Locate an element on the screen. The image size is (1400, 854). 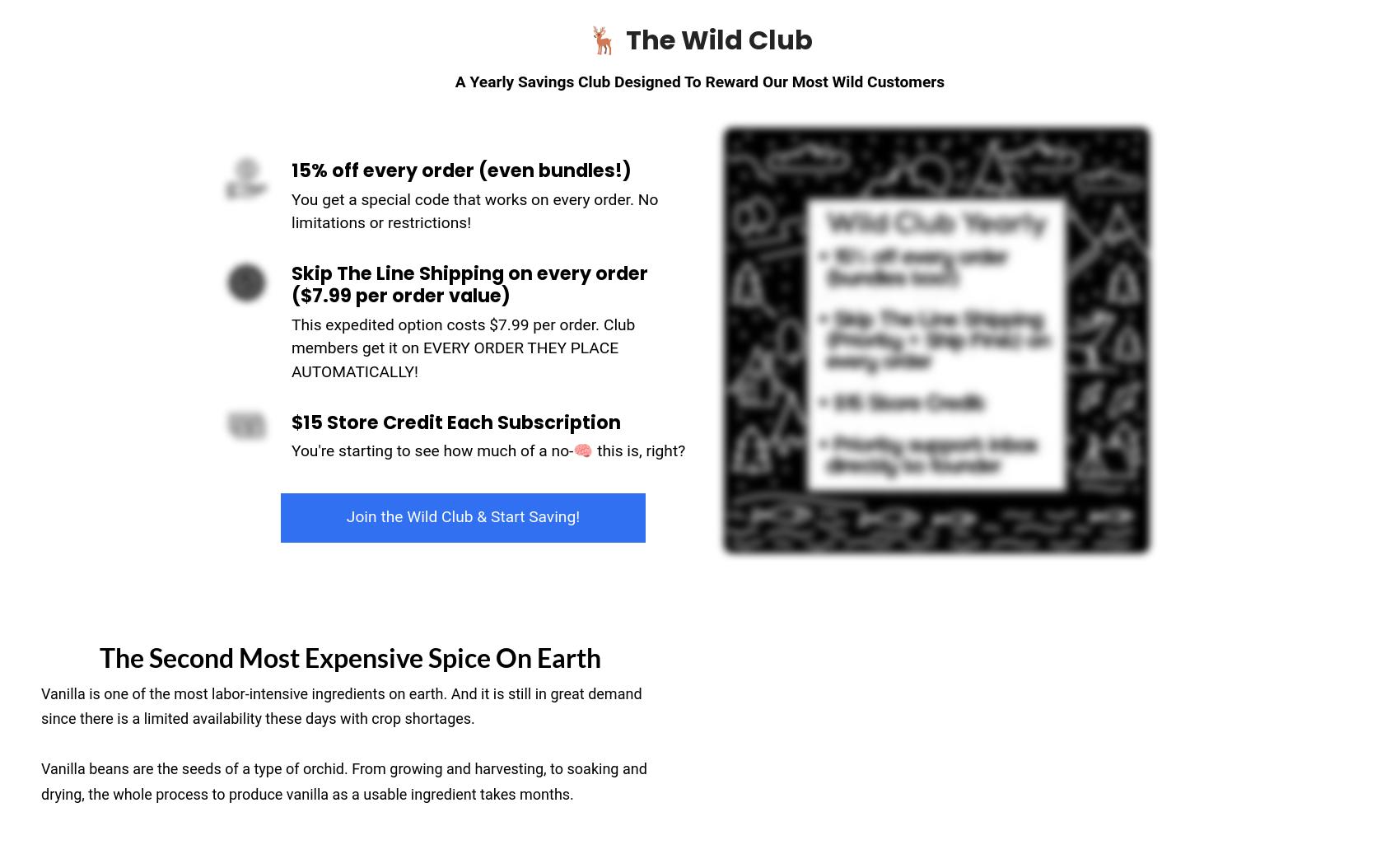
'You get a special code that works on every order. No limitations or restrictions!' is located at coordinates (474, 210).